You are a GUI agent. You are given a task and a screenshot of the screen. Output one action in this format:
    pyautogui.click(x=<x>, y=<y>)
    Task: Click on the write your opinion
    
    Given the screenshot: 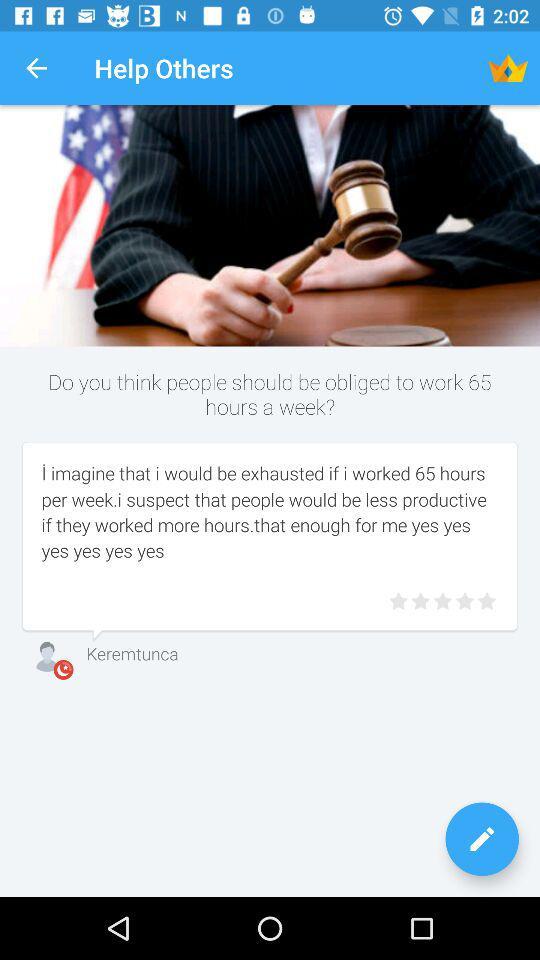 What is the action you would take?
    pyautogui.click(x=481, y=839)
    